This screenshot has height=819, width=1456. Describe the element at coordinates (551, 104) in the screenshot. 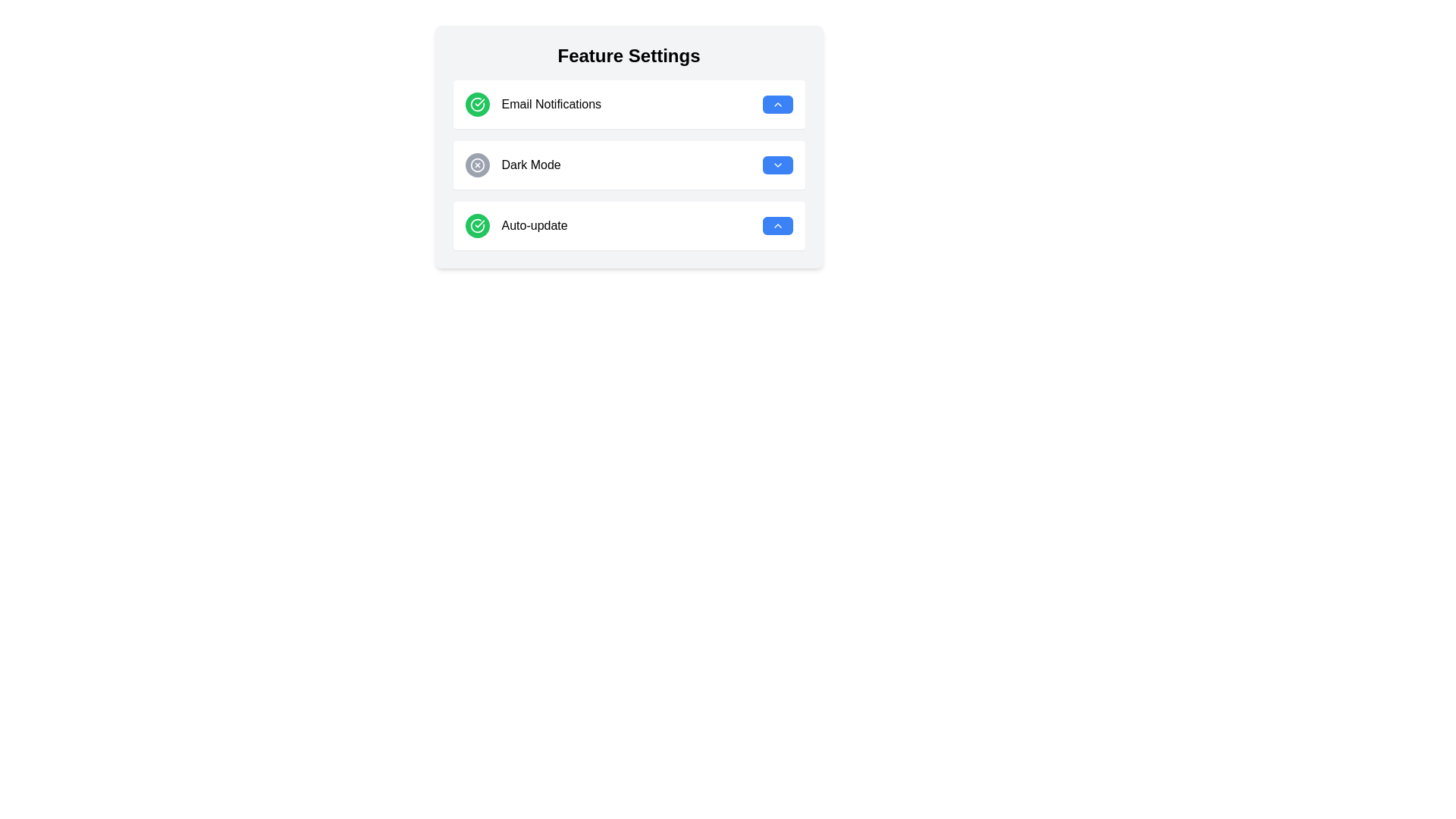

I see `text label that describes the functionality of enabling or disabling email notifications, located at the center of the first entry in the vertical list of settings options titled 'Feature Settings'` at that location.